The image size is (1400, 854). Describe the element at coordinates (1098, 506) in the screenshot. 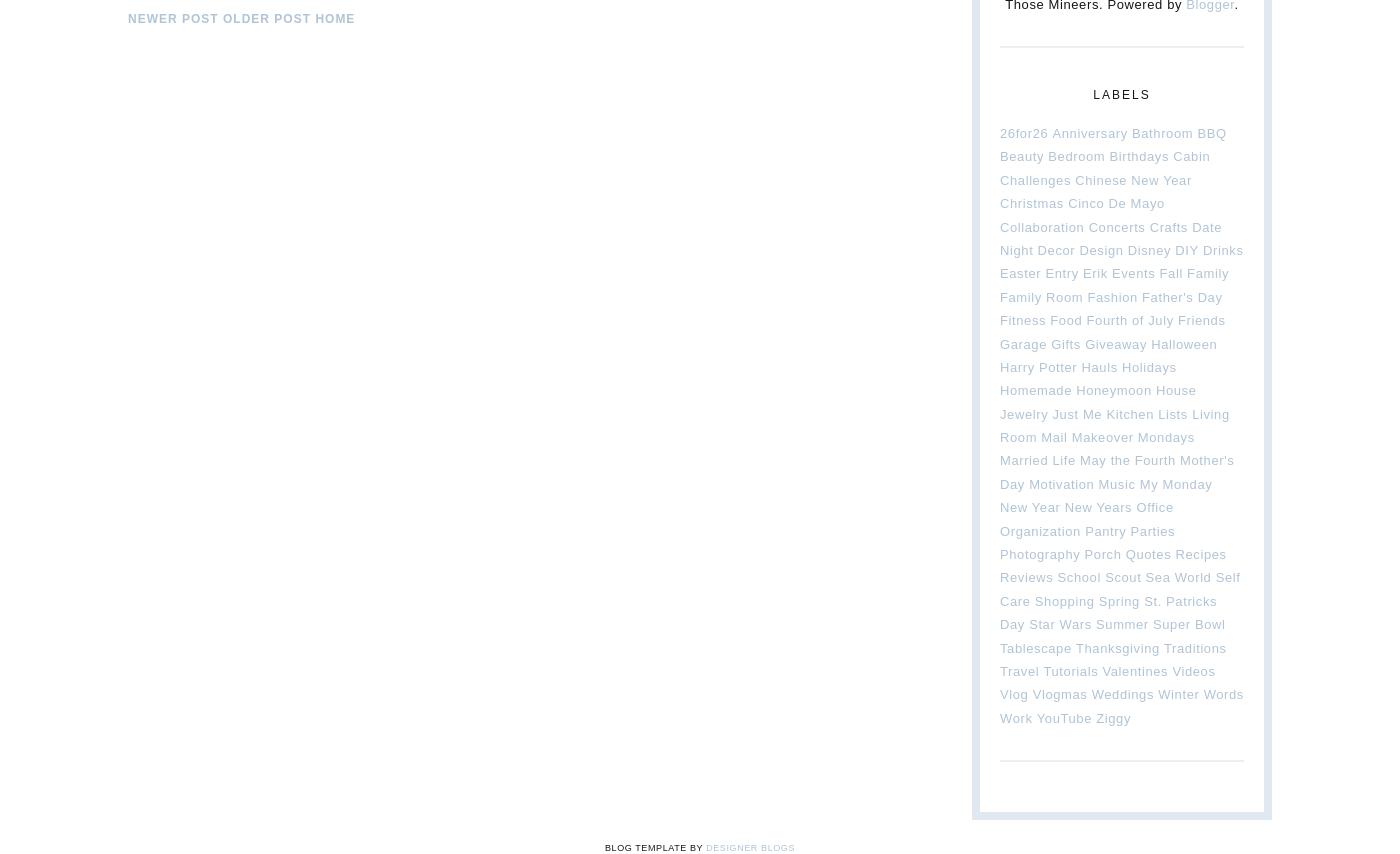

I see `'New Years'` at that location.